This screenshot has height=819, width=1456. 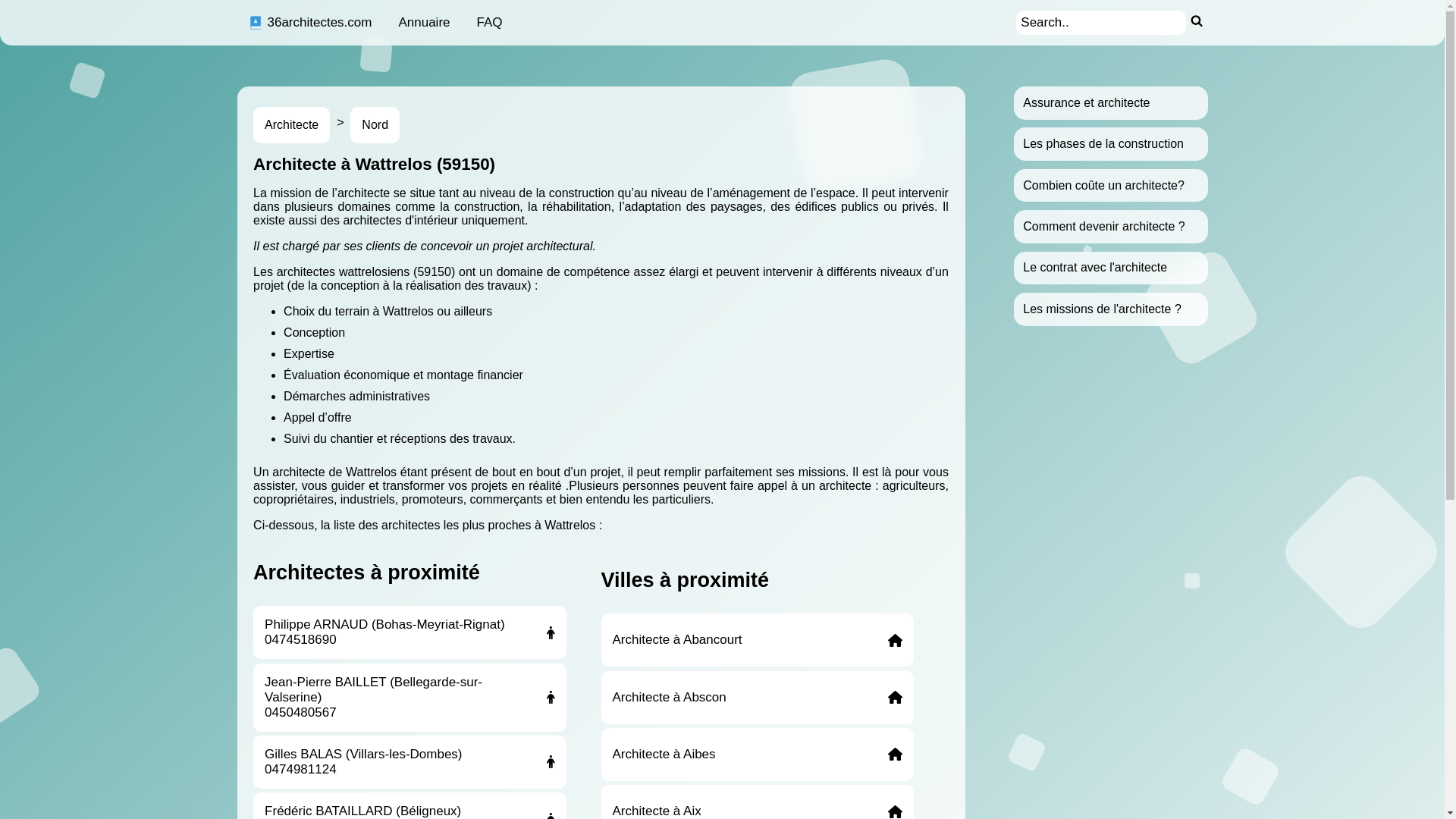 What do you see at coordinates (375, 124) in the screenshot?
I see `'Nord'` at bounding box center [375, 124].